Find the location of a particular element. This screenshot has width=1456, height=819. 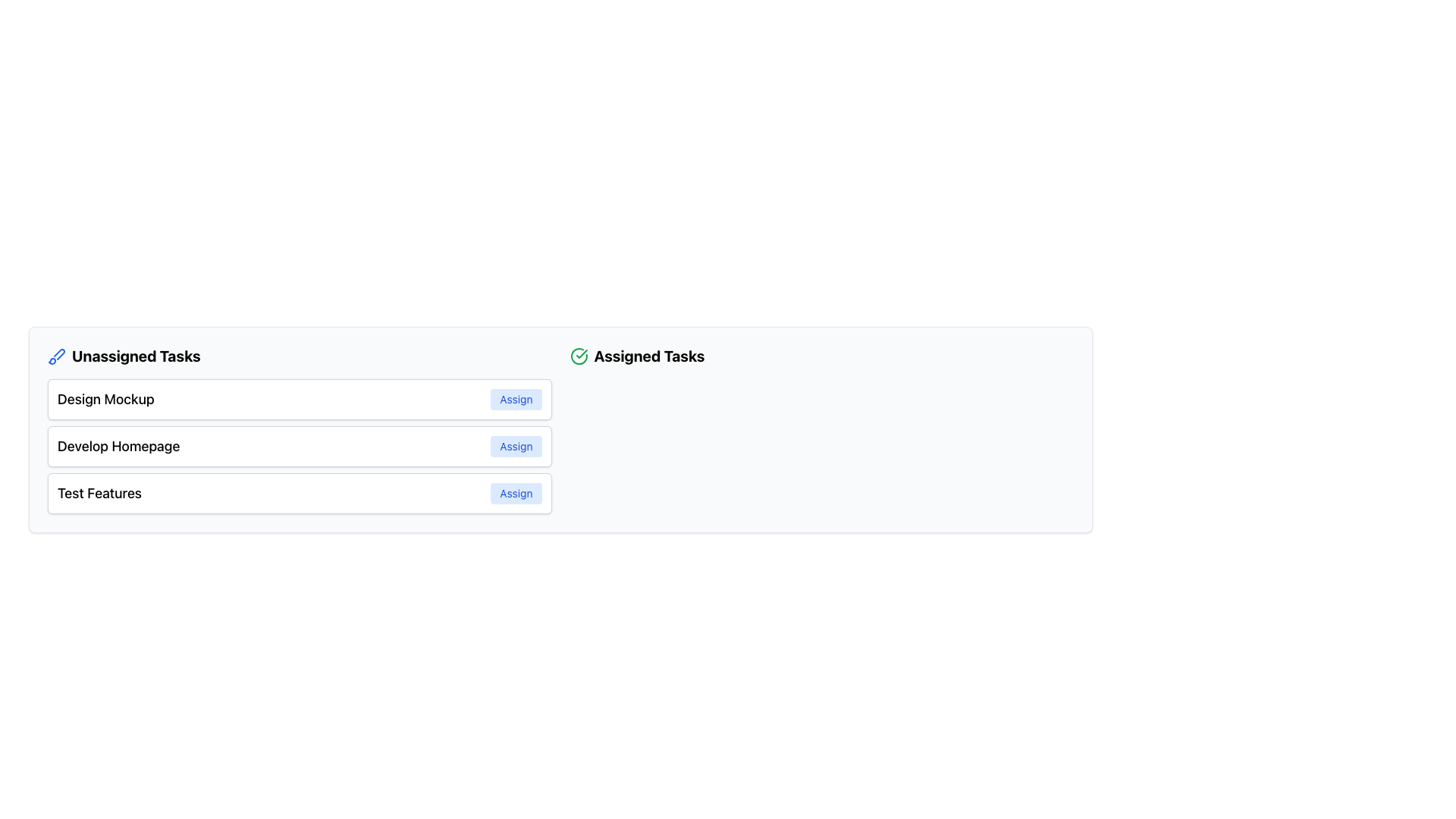

the small button labeled 'Assign' with a light blue background, located to the right of 'Develop Homepage' is located at coordinates (516, 446).